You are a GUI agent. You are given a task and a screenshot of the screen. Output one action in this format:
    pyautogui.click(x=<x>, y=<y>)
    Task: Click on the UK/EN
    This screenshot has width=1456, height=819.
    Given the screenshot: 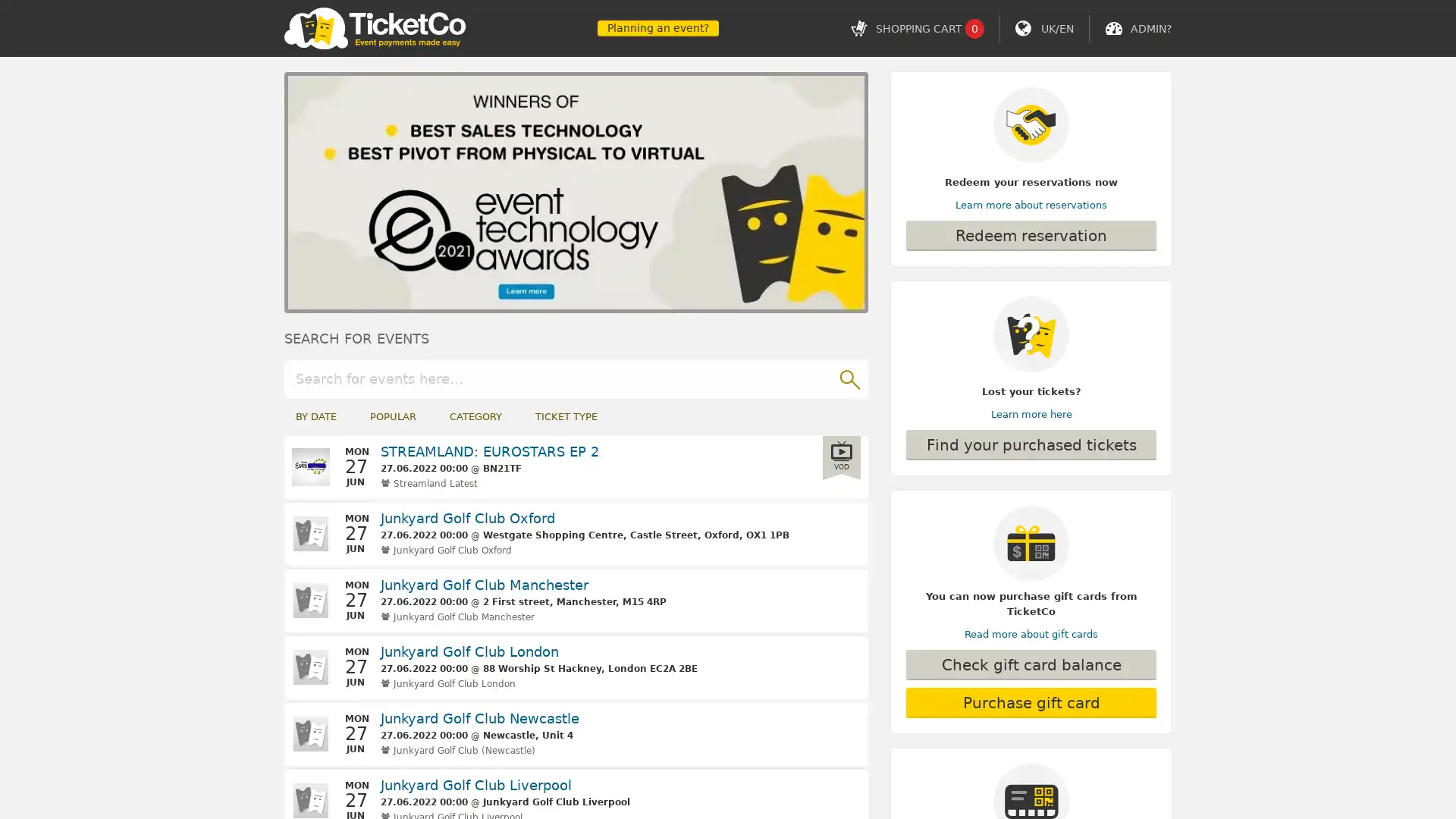 What is the action you would take?
    pyautogui.click(x=1056, y=28)
    